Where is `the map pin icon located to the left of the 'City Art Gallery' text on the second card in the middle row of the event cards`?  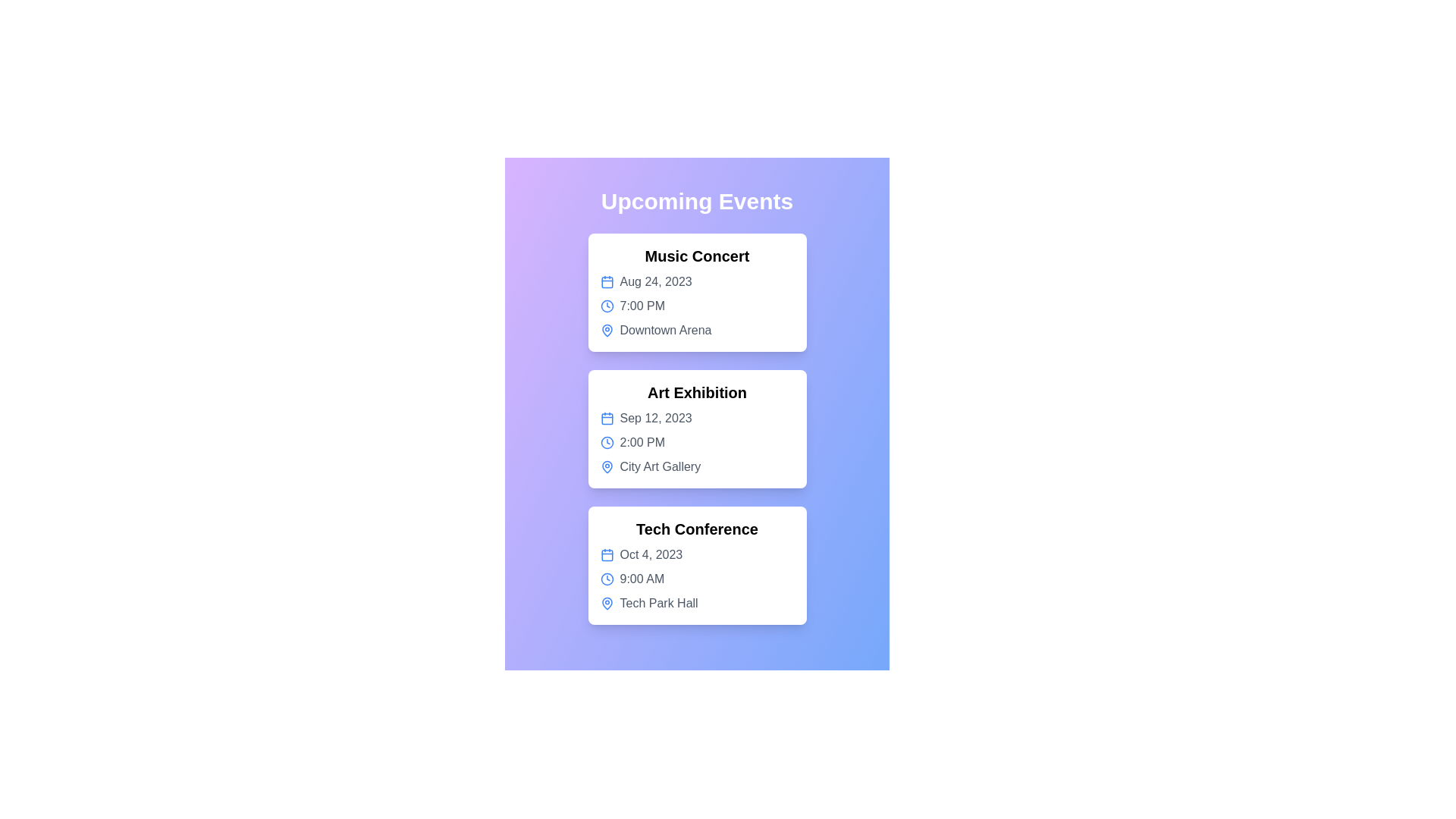 the map pin icon located to the left of the 'City Art Gallery' text on the second card in the middle row of the event cards is located at coordinates (607, 466).